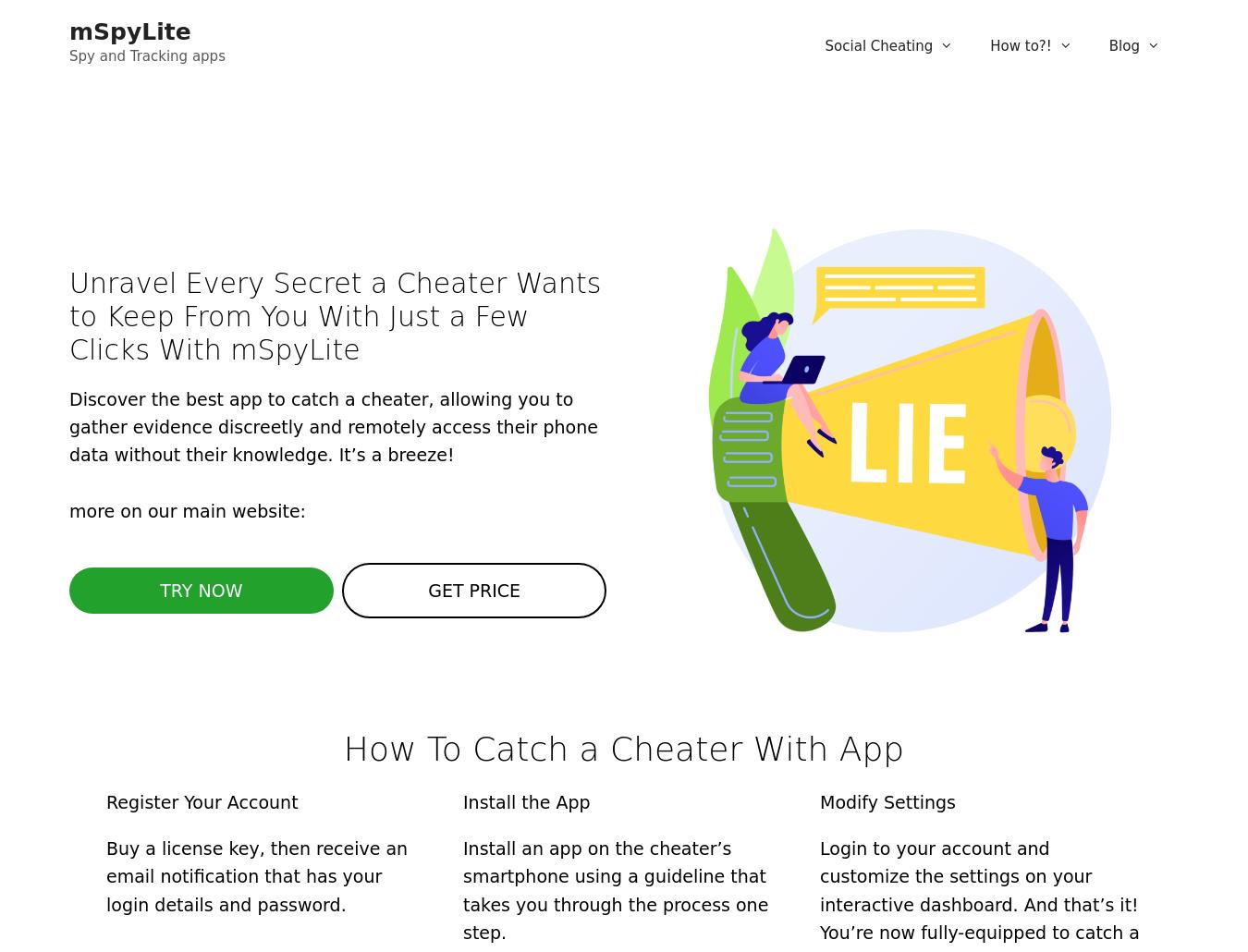 The width and height of the screenshot is (1248, 952). Describe the element at coordinates (886, 800) in the screenshot. I see `'Modify Settings'` at that location.